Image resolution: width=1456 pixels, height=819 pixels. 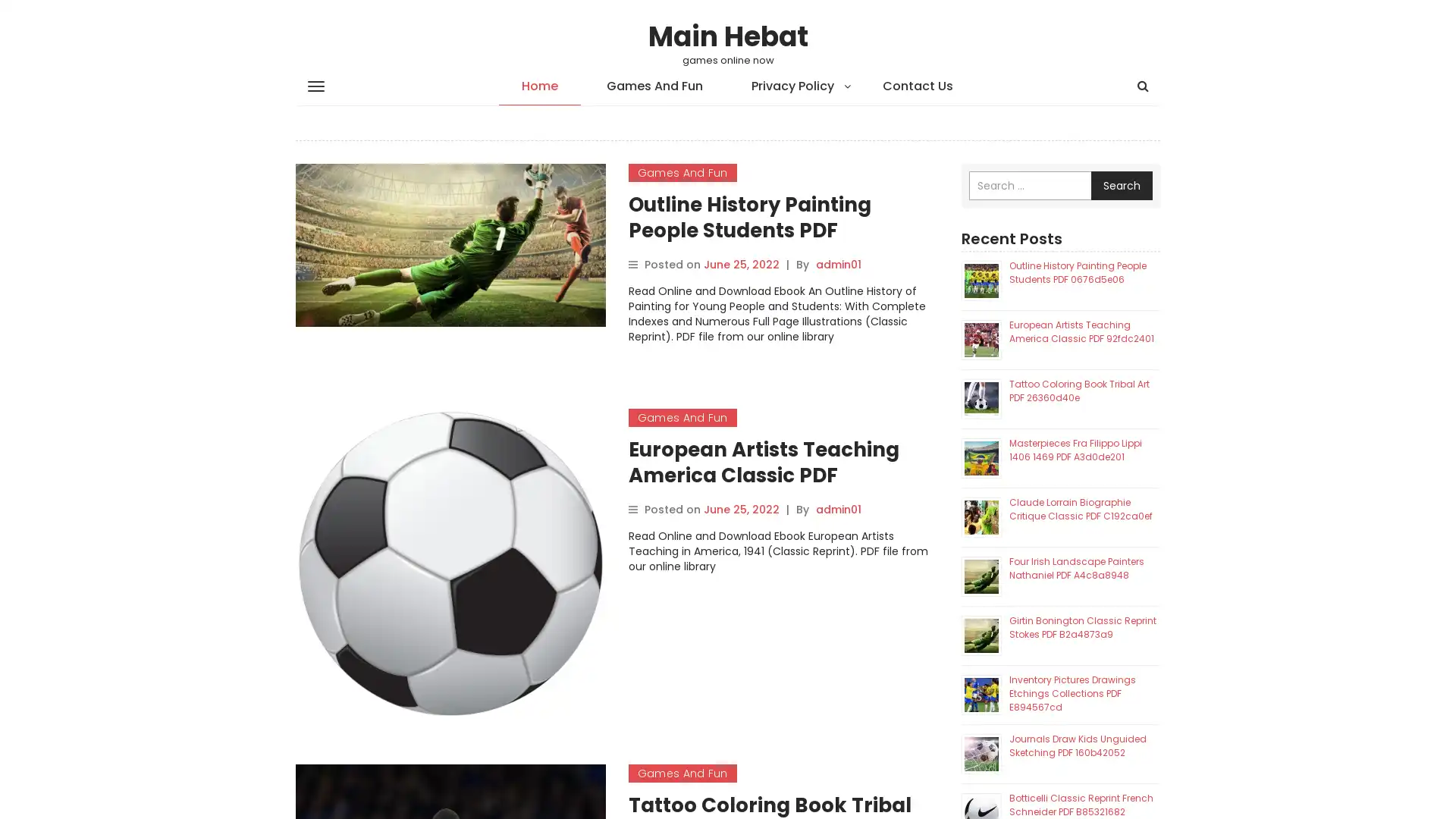 I want to click on Search, so click(x=1122, y=185).